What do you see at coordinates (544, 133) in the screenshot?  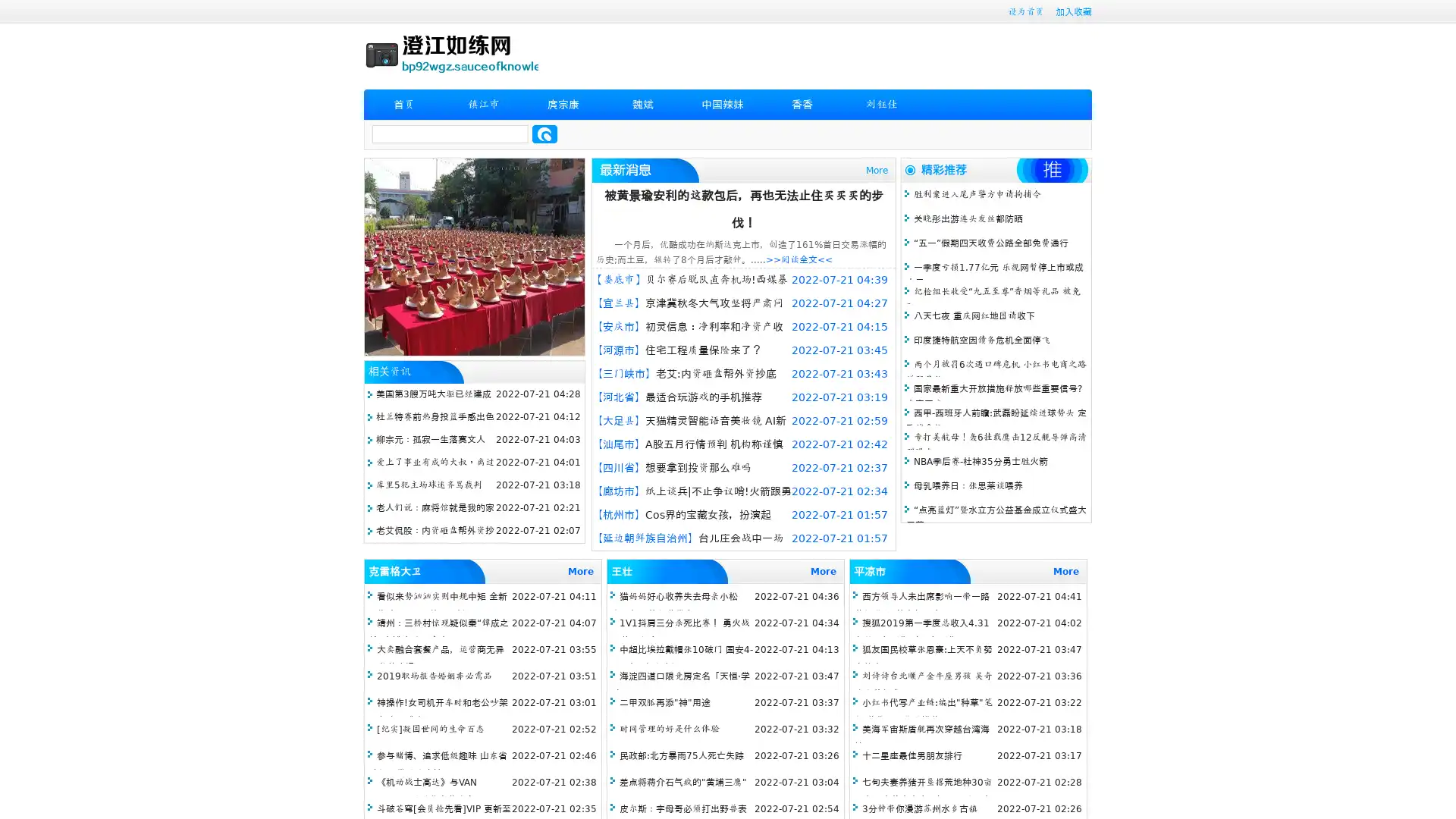 I see `Search` at bounding box center [544, 133].